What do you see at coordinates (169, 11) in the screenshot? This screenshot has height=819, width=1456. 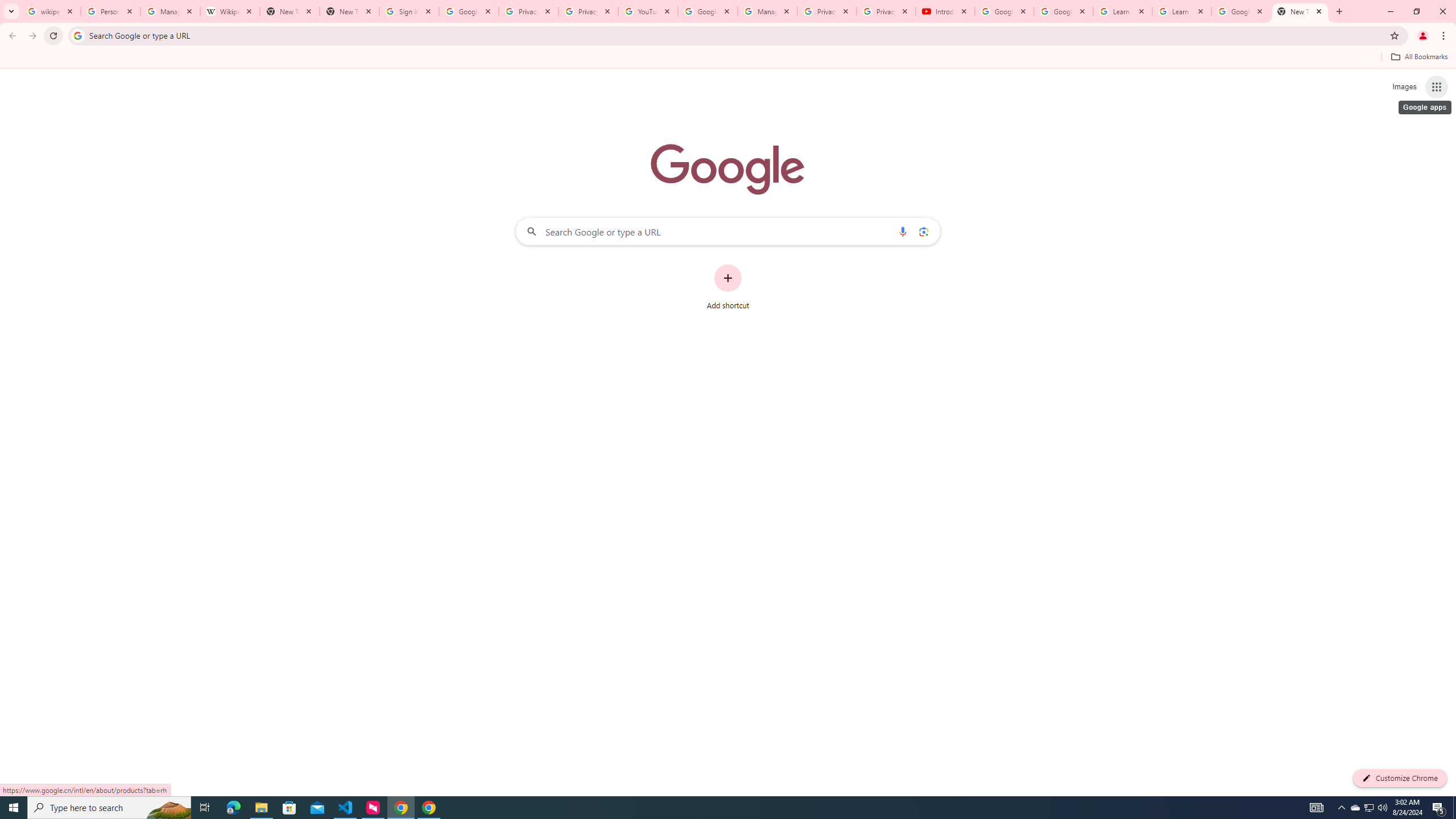 I see `'Manage your Location History - Google Search Help'` at bounding box center [169, 11].